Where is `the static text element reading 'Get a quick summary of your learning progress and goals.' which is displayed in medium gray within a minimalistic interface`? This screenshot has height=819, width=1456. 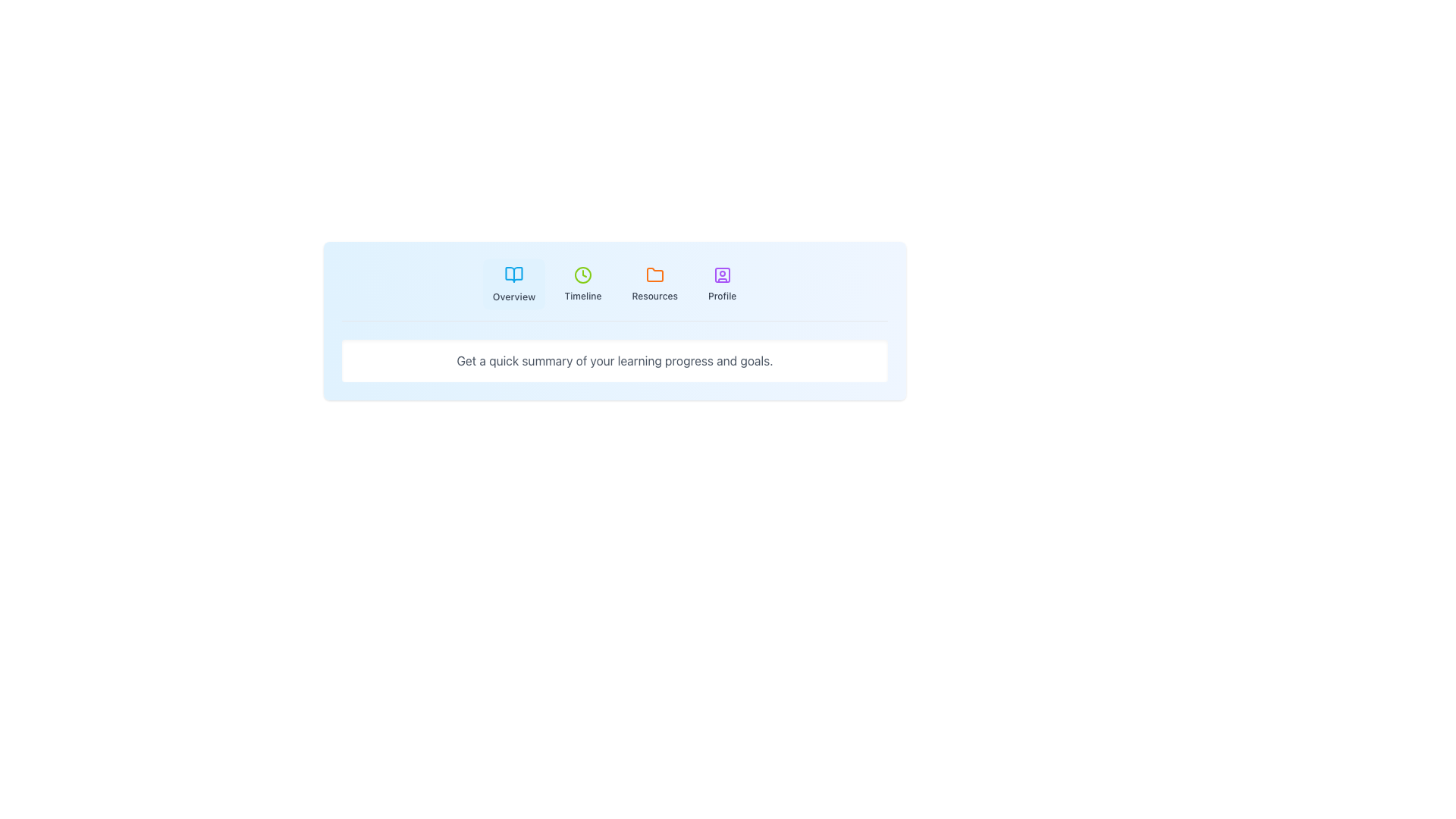 the static text element reading 'Get a quick summary of your learning progress and goals.' which is displayed in medium gray within a minimalistic interface is located at coordinates (615, 360).